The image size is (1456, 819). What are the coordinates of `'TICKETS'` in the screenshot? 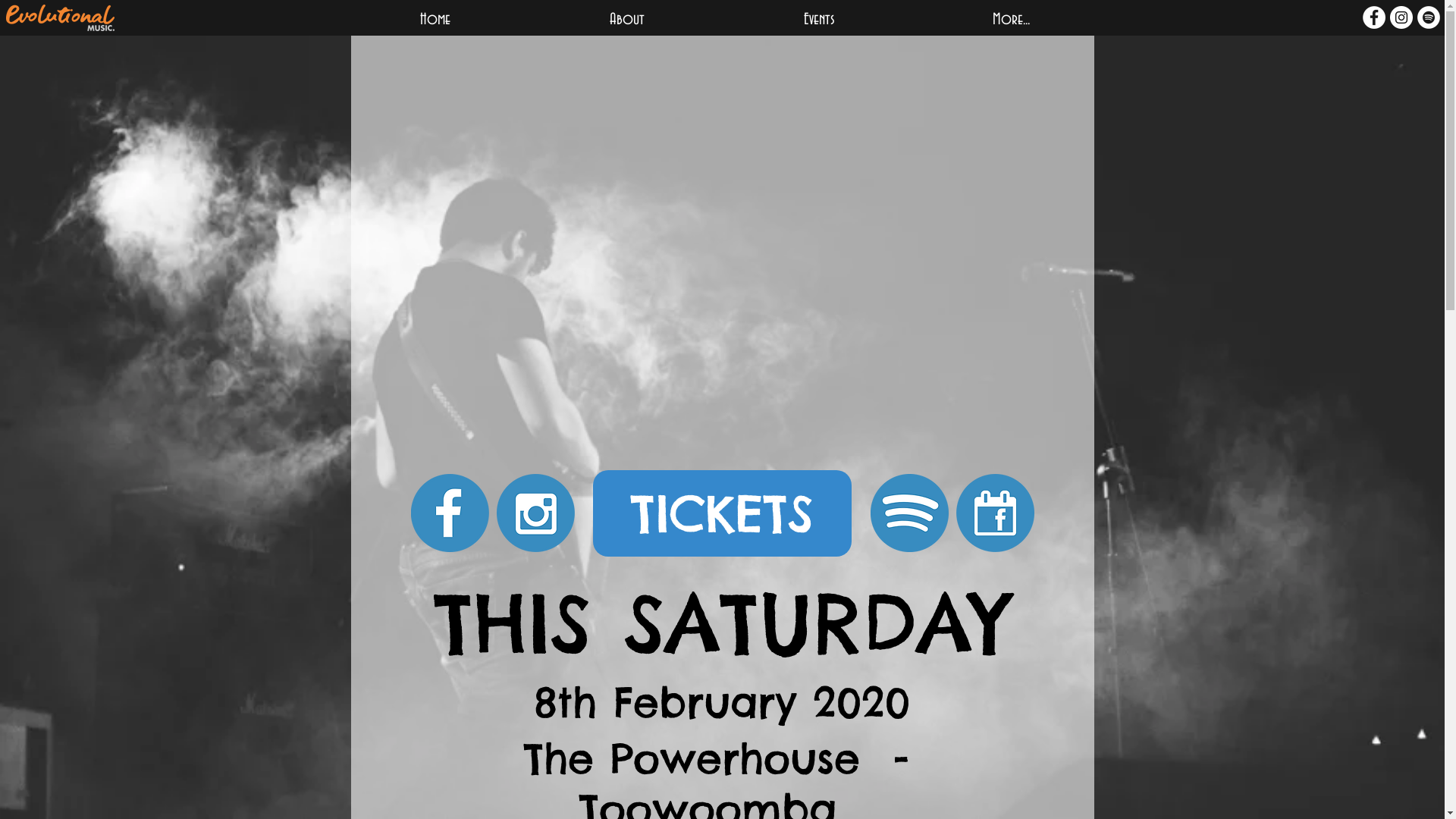 It's located at (721, 513).